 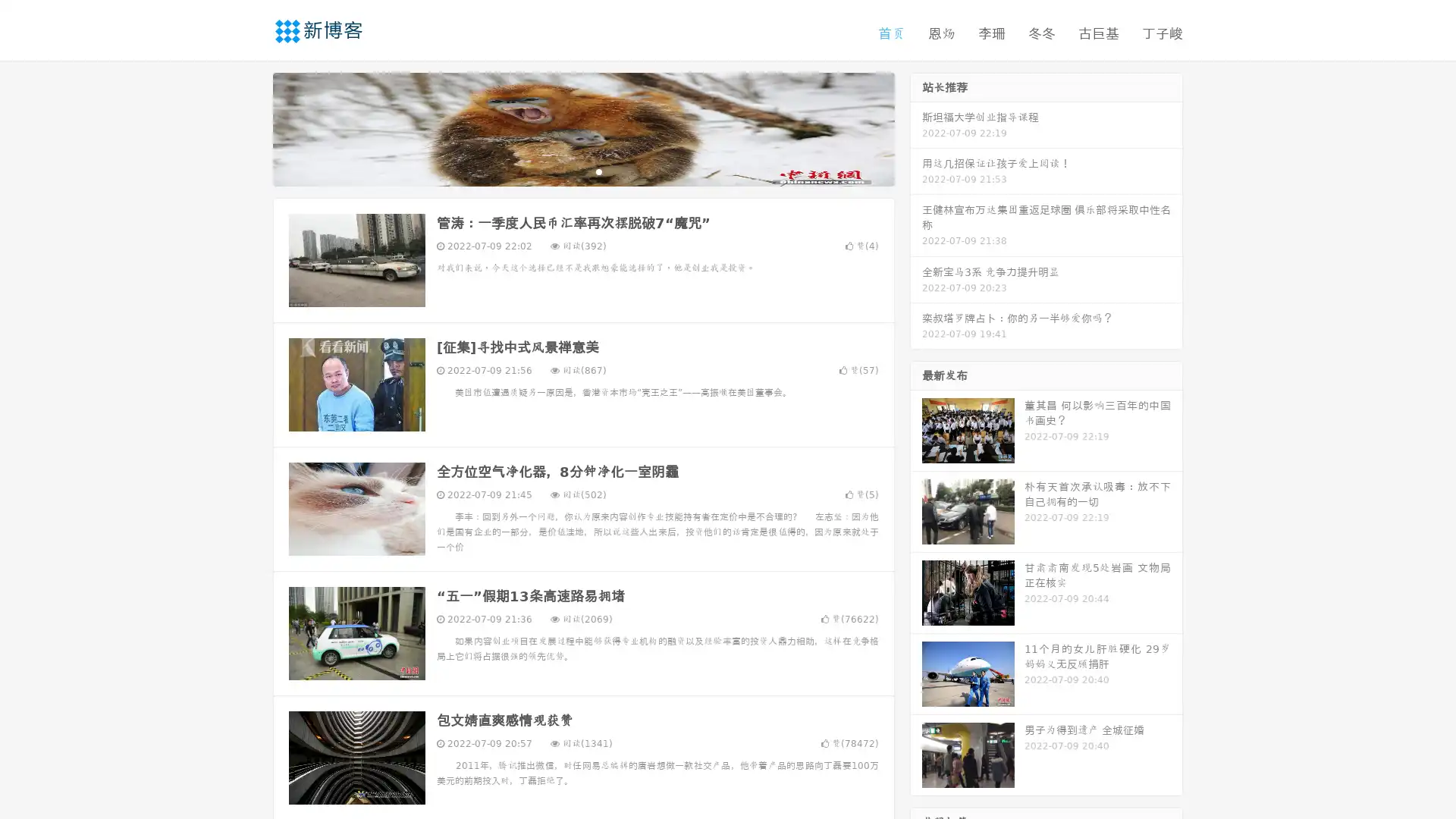 I want to click on Go to slide 2, so click(x=582, y=171).